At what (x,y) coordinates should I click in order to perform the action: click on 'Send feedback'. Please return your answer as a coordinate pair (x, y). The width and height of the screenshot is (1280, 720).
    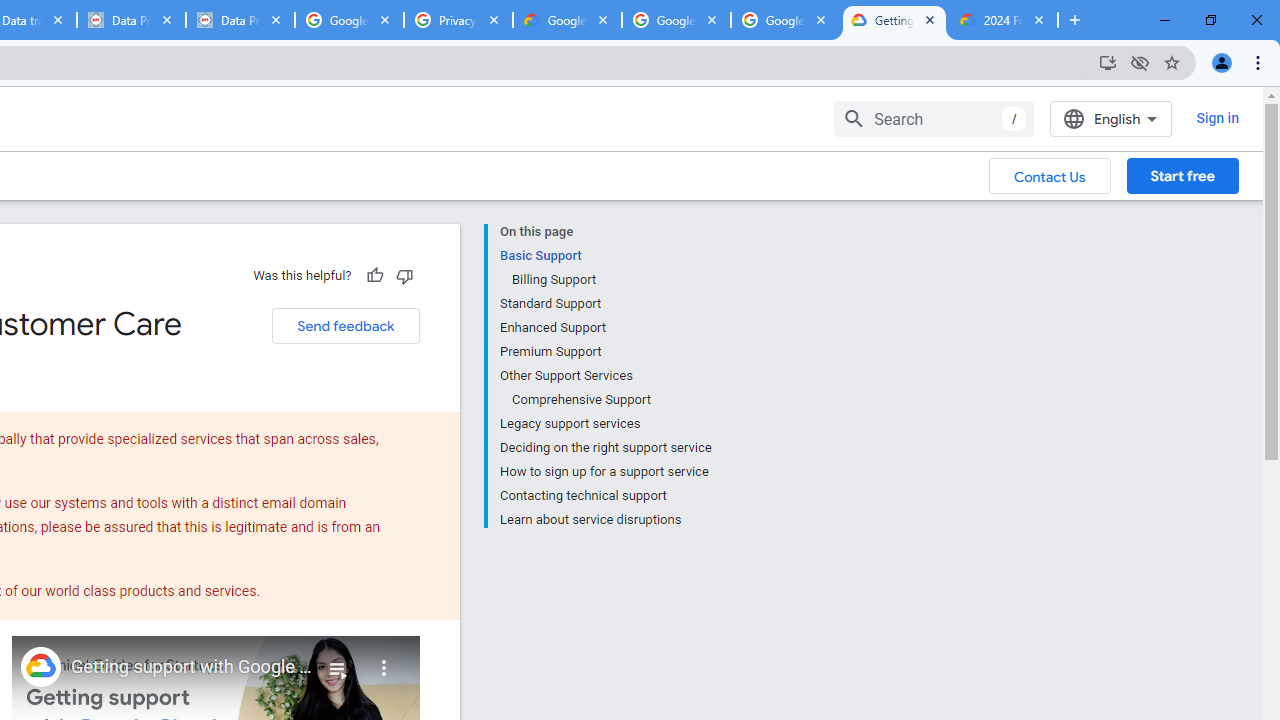
    Looking at the image, I should click on (345, 325).